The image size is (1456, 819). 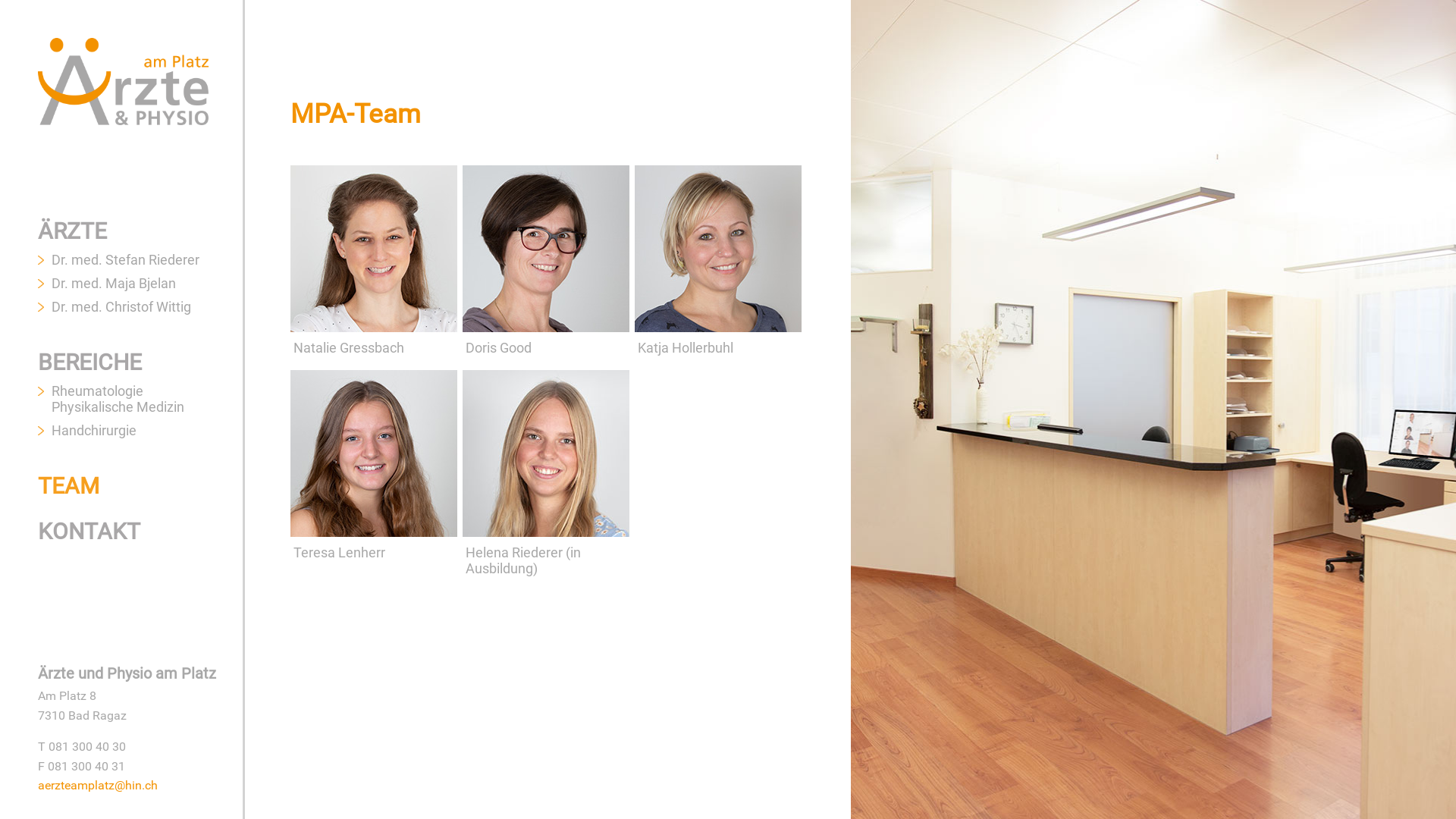 I want to click on 'KONTAKT', so click(x=37, y=530).